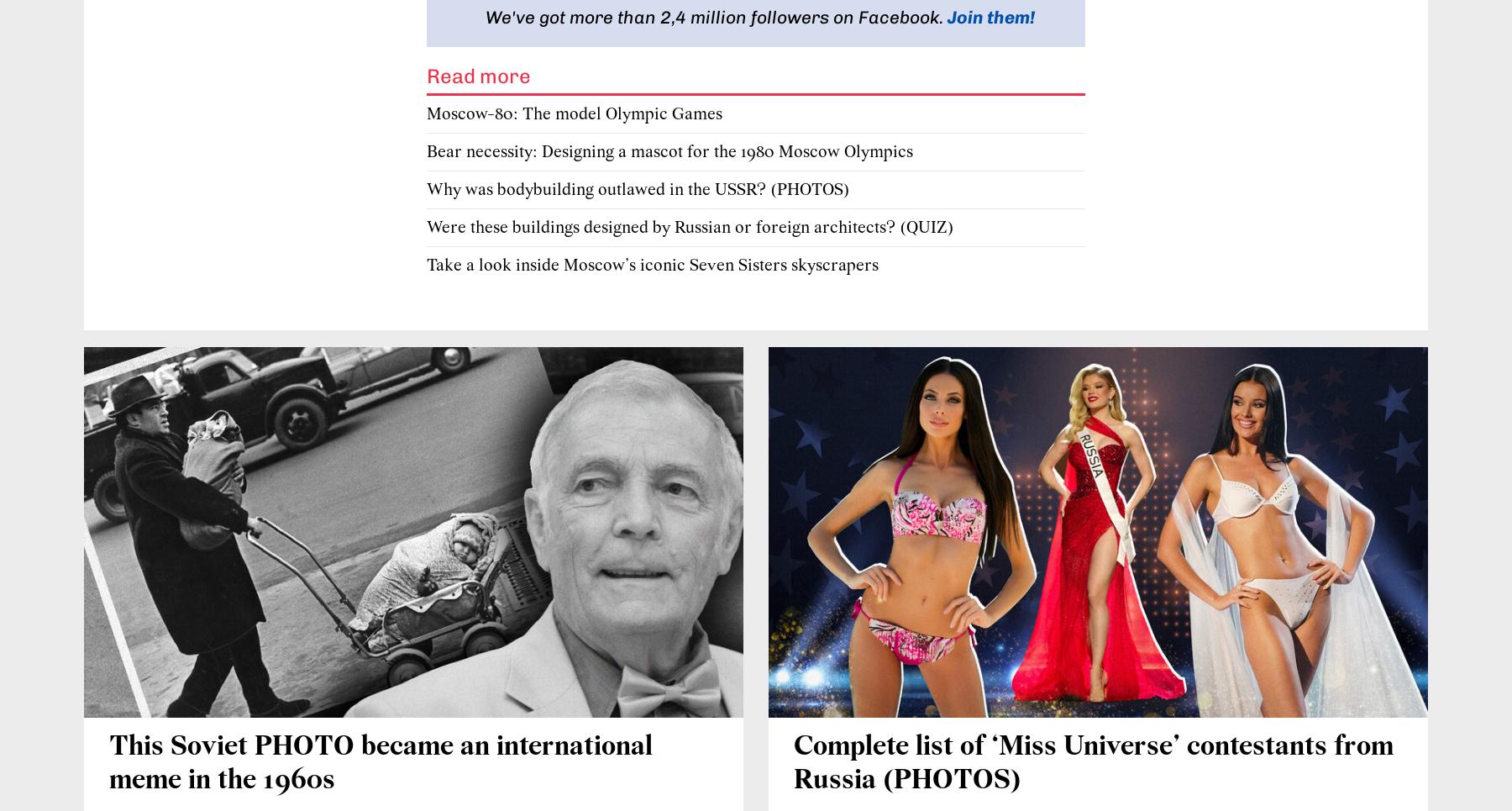 The height and width of the screenshot is (811, 1512). What do you see at coordinates (637, 188) in the screenshot?
I see `'Why was bodybuilding outlawed in the USSR? (PHOTOS)'` at bounding box center [637, 188].